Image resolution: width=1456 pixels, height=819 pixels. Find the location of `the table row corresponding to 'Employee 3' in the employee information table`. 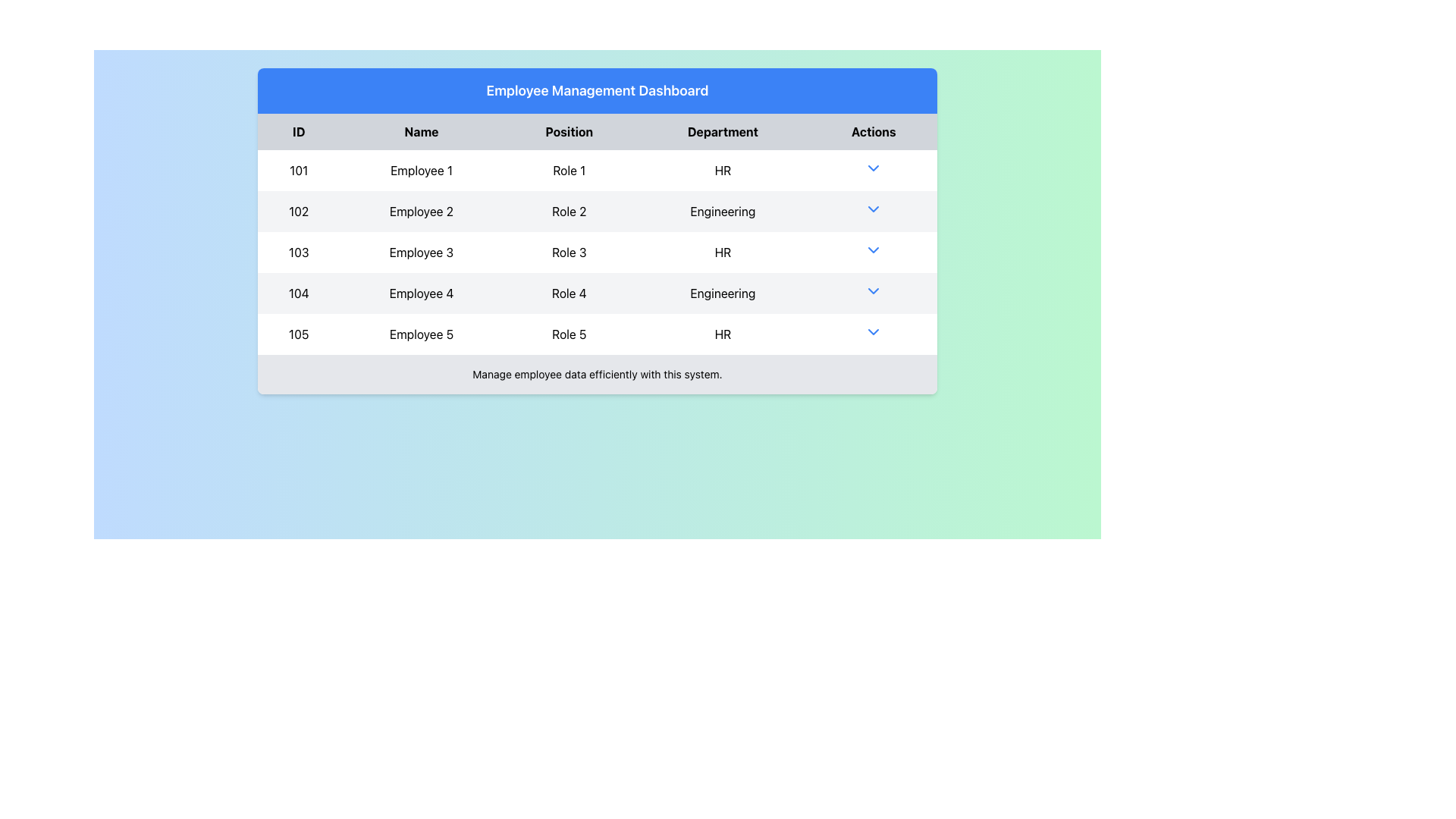

the table row corresponding to 'Employee 3' in the employee information table is located at coordinates (596, 251).